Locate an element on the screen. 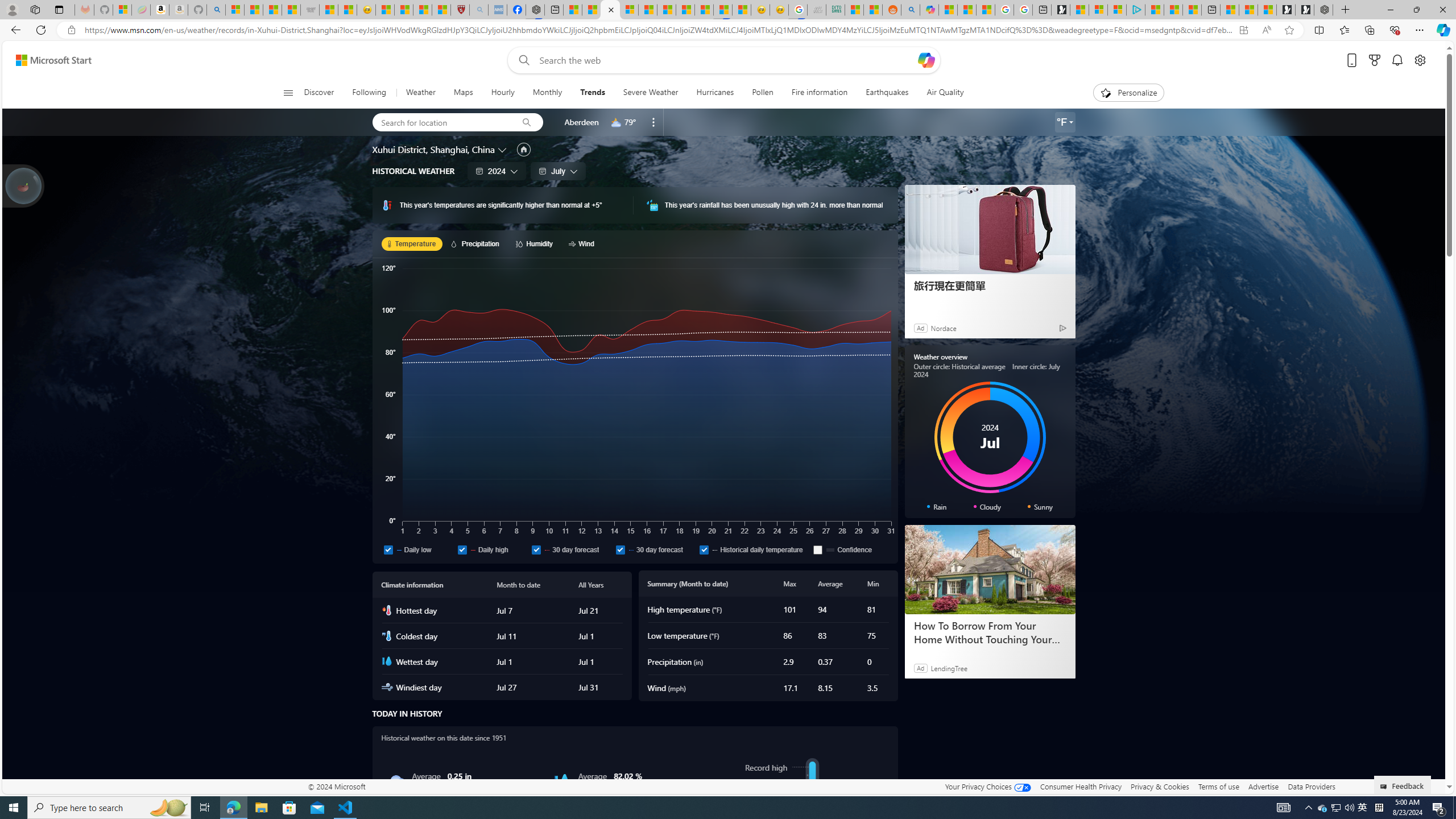 The height and width of the screenshot is (819, 1456). '2024' is located at coordinates (497, 170).